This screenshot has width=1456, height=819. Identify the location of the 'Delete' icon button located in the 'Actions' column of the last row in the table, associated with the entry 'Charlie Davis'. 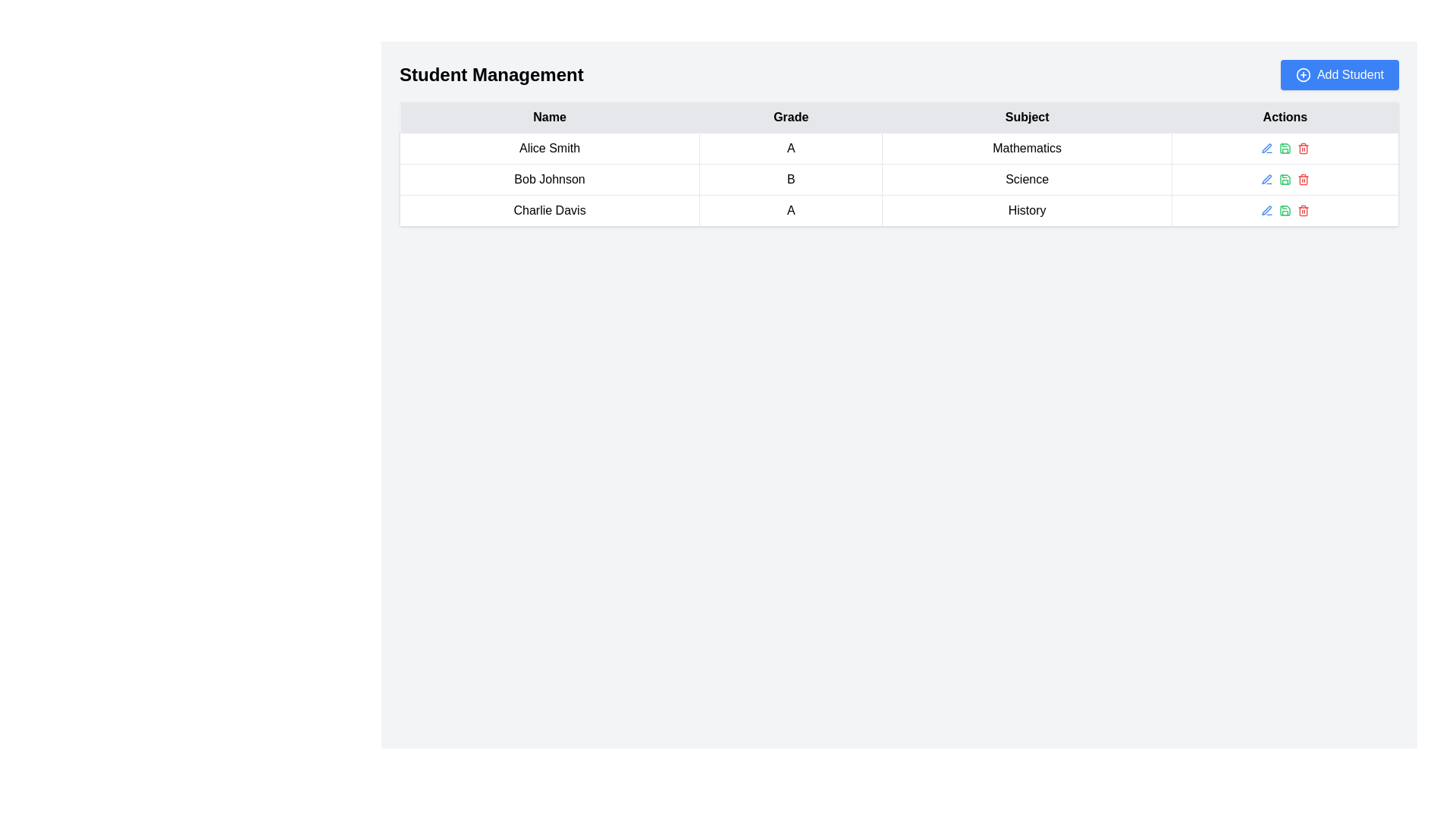
(1302, 180).